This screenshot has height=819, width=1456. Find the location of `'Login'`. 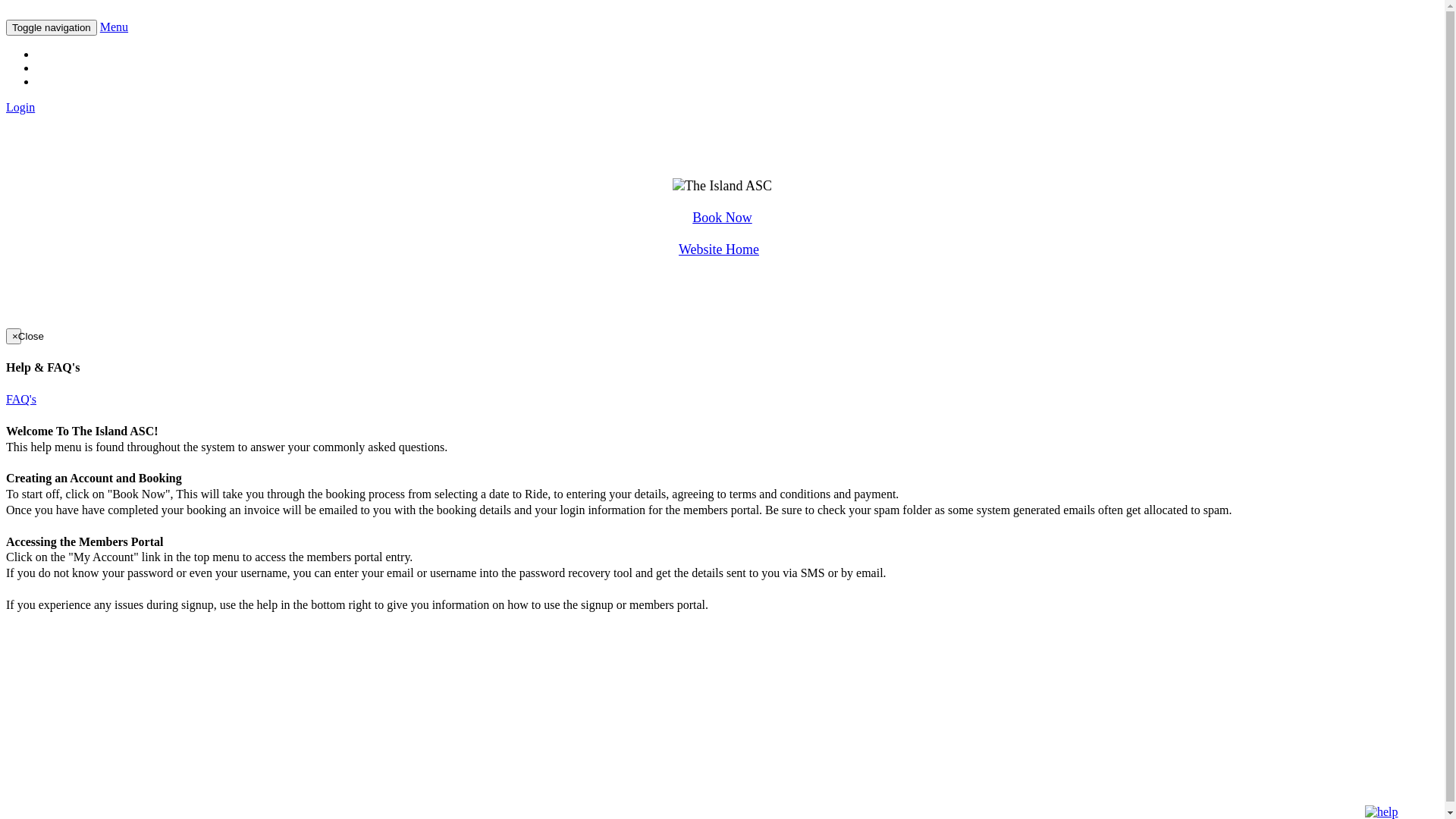

'Login' is located at coordinates (20, 106).